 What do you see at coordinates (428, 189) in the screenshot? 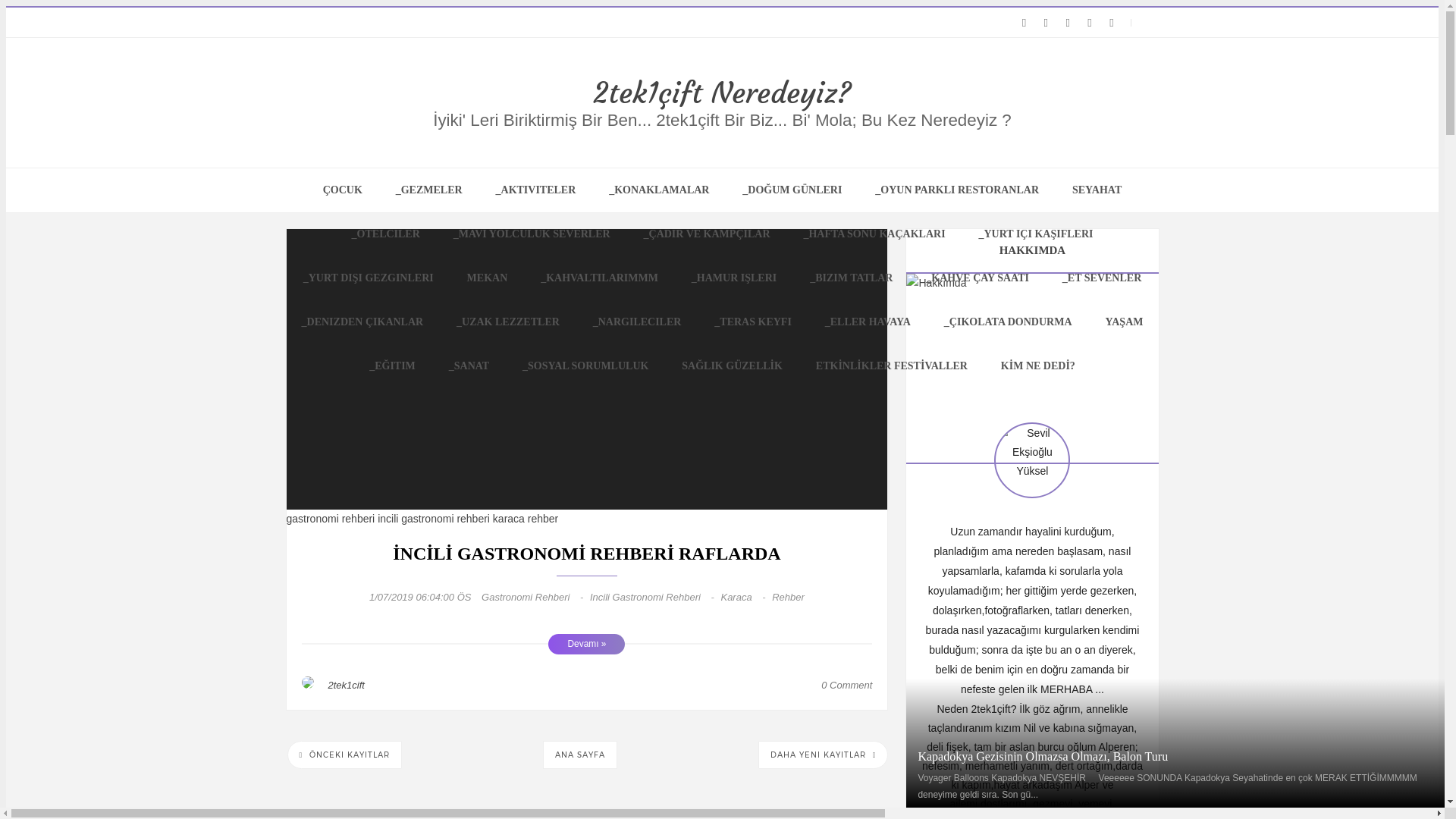
I see `'_GEZMELER'` at bounding box center [428, 189].